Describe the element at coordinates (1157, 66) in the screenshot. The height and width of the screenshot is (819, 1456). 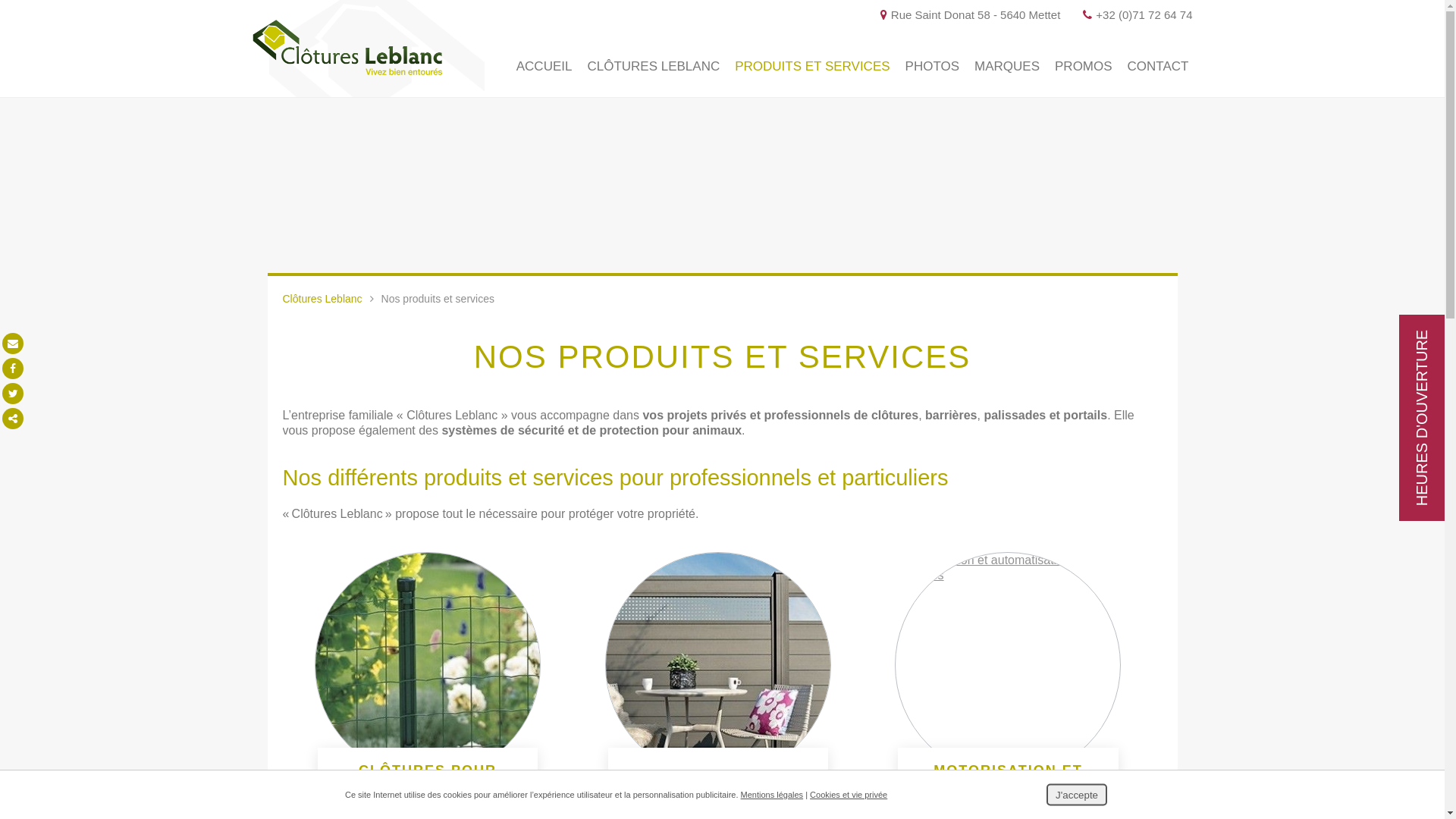
I see `'CONTACT'` at that location.